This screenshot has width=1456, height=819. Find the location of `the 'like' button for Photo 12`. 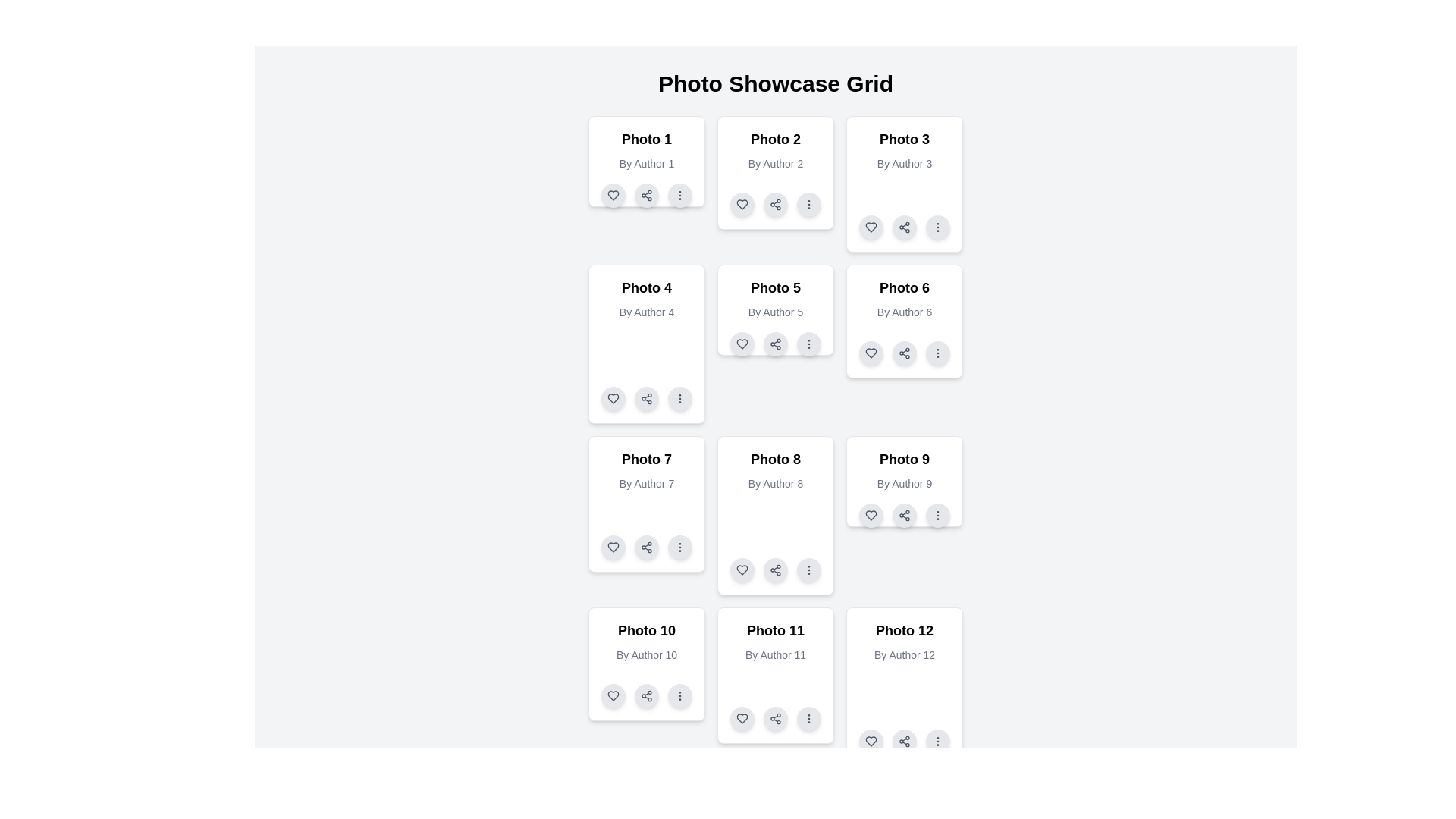

the 'like' button for Photo 12 is located at coordinates (871, 741).